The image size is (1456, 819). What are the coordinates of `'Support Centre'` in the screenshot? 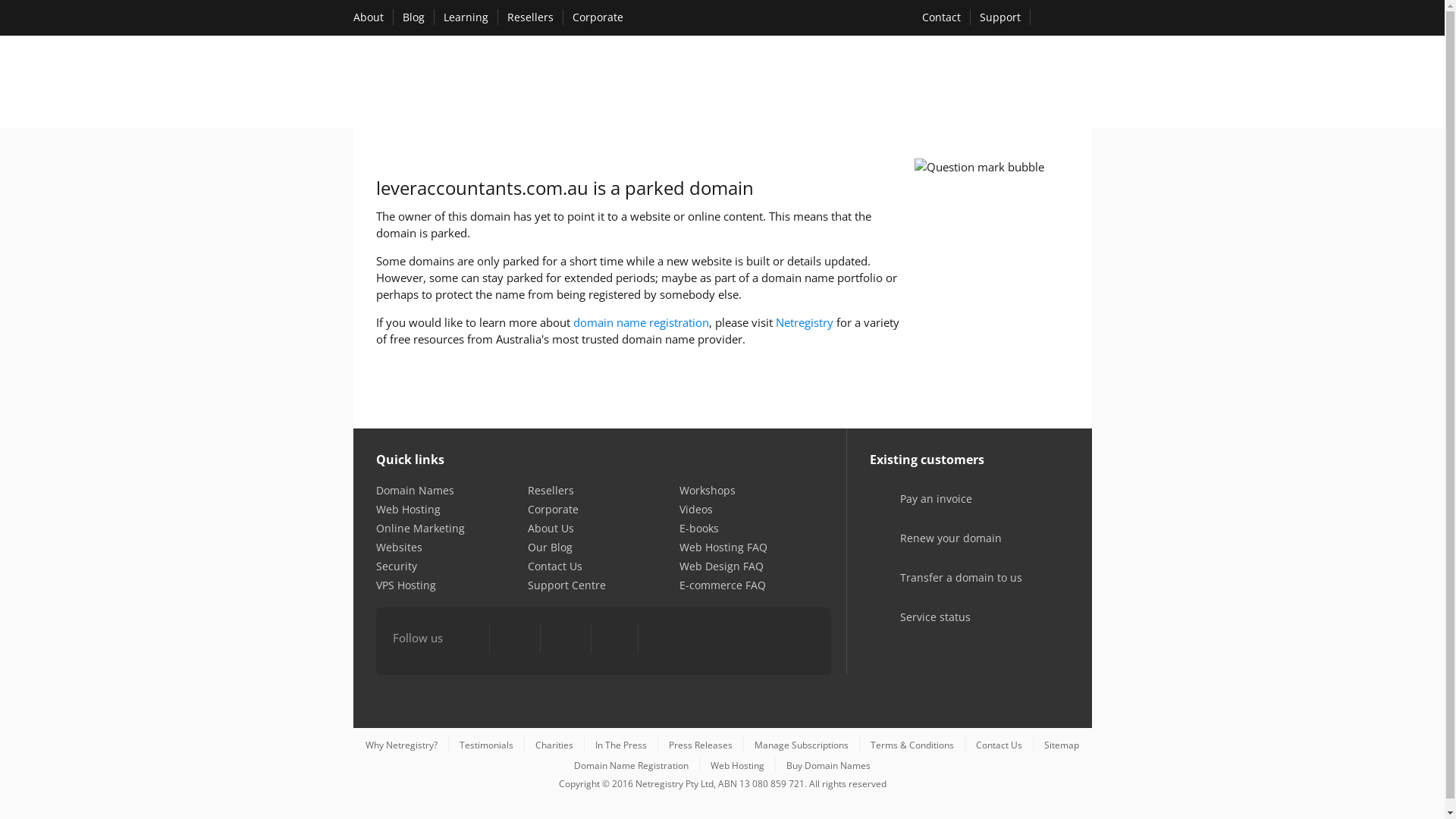 It's located at (566, 584).